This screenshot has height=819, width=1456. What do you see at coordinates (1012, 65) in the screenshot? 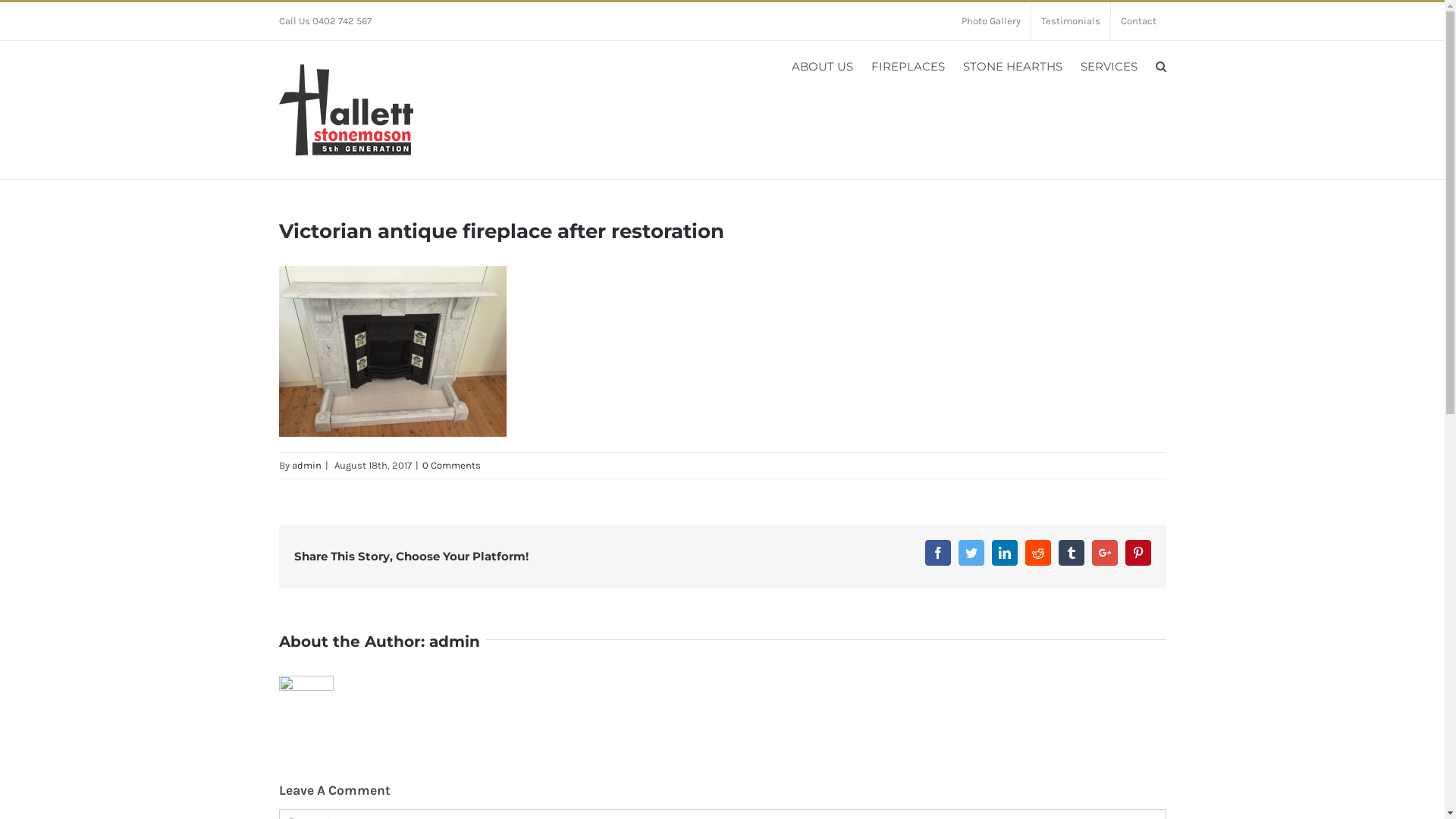
I see `'STONE HEARTHS'` at bounding box center [1012, 65].